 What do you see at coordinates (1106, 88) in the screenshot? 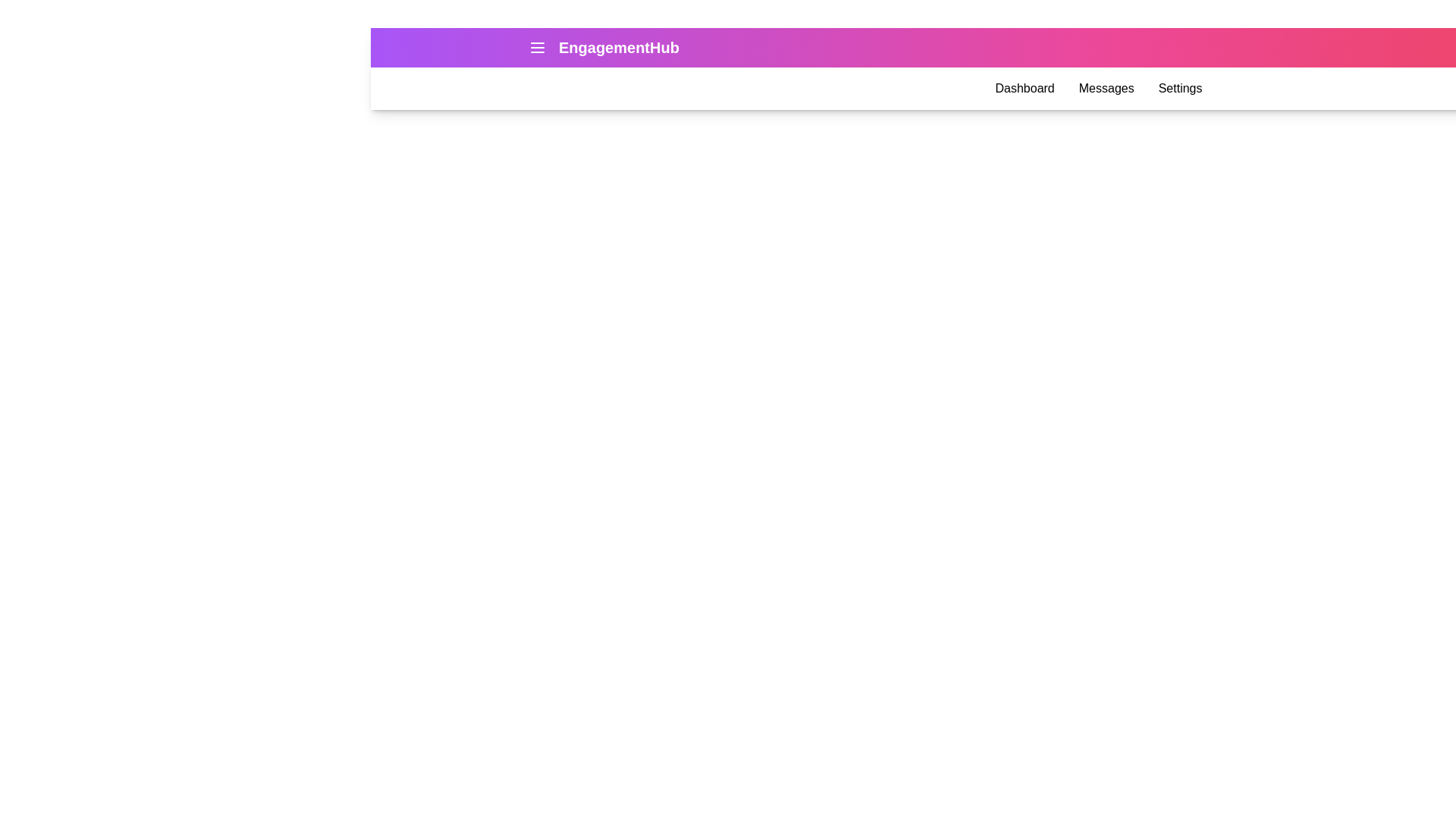
I see `the navigation link Messages to observe the visual feedback` at bounding box center [1106, 88].